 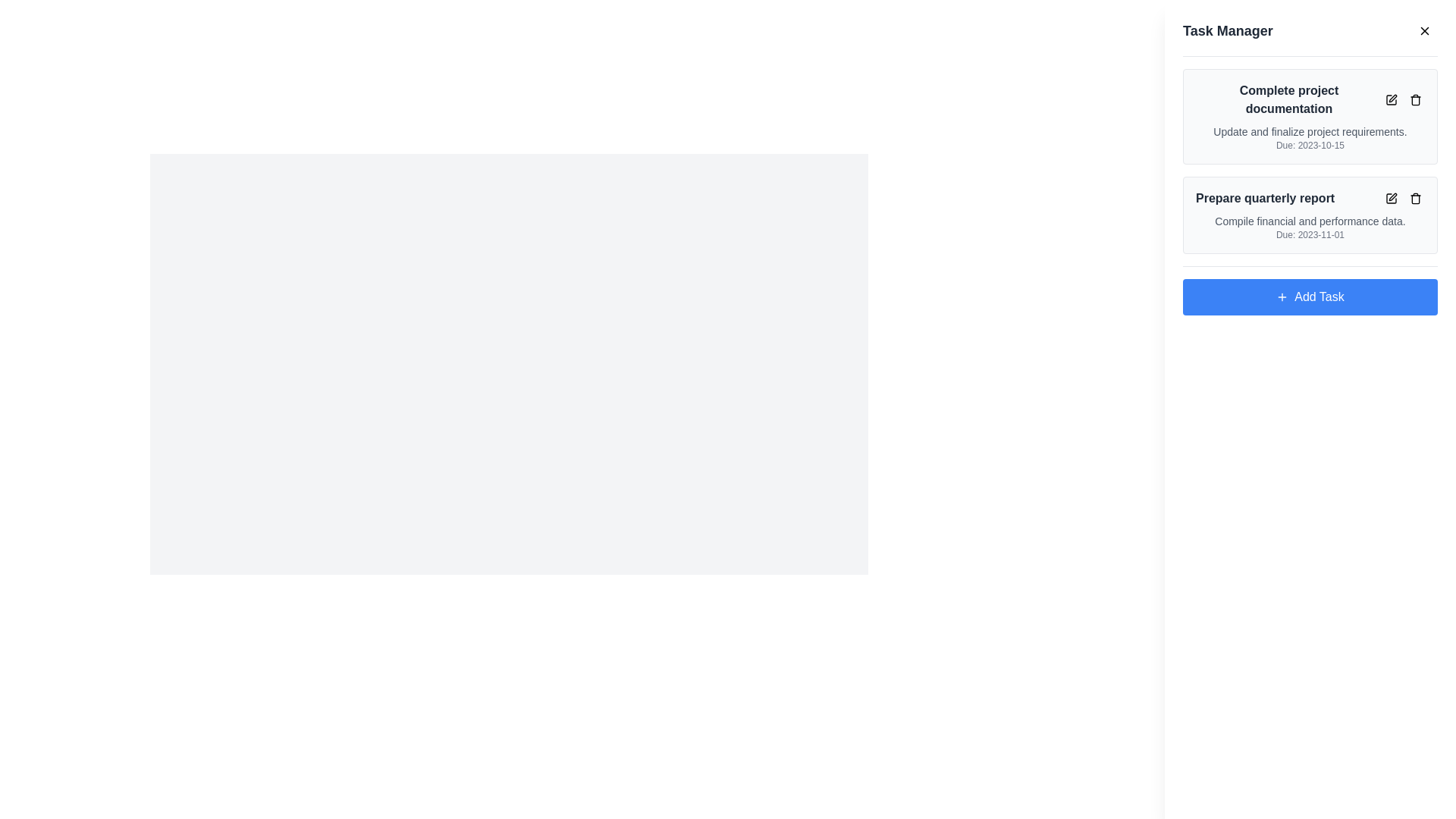 I want to click on the delete icon located in the 'Task Manager' sidebar next to the task labeled 'Prepare quarterly report', so click(x=1403, y=198).